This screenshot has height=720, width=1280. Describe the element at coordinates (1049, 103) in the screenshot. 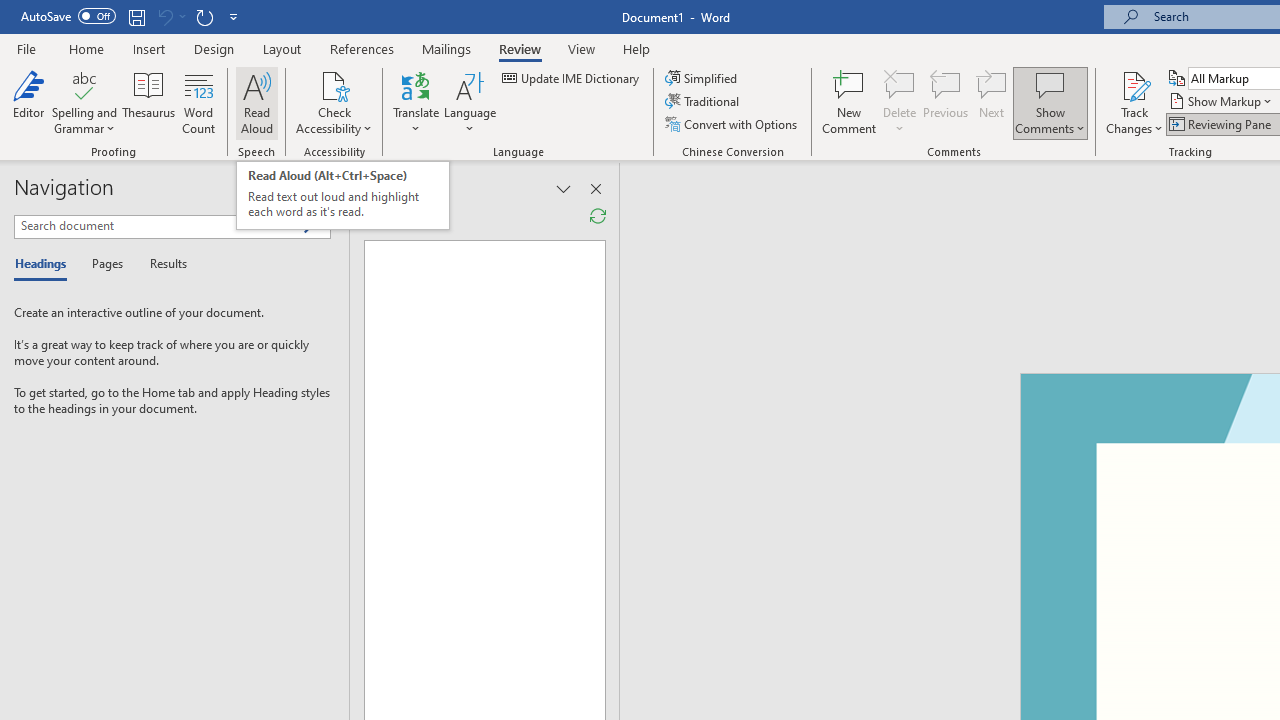

I see `'Show Comments'` at that location.